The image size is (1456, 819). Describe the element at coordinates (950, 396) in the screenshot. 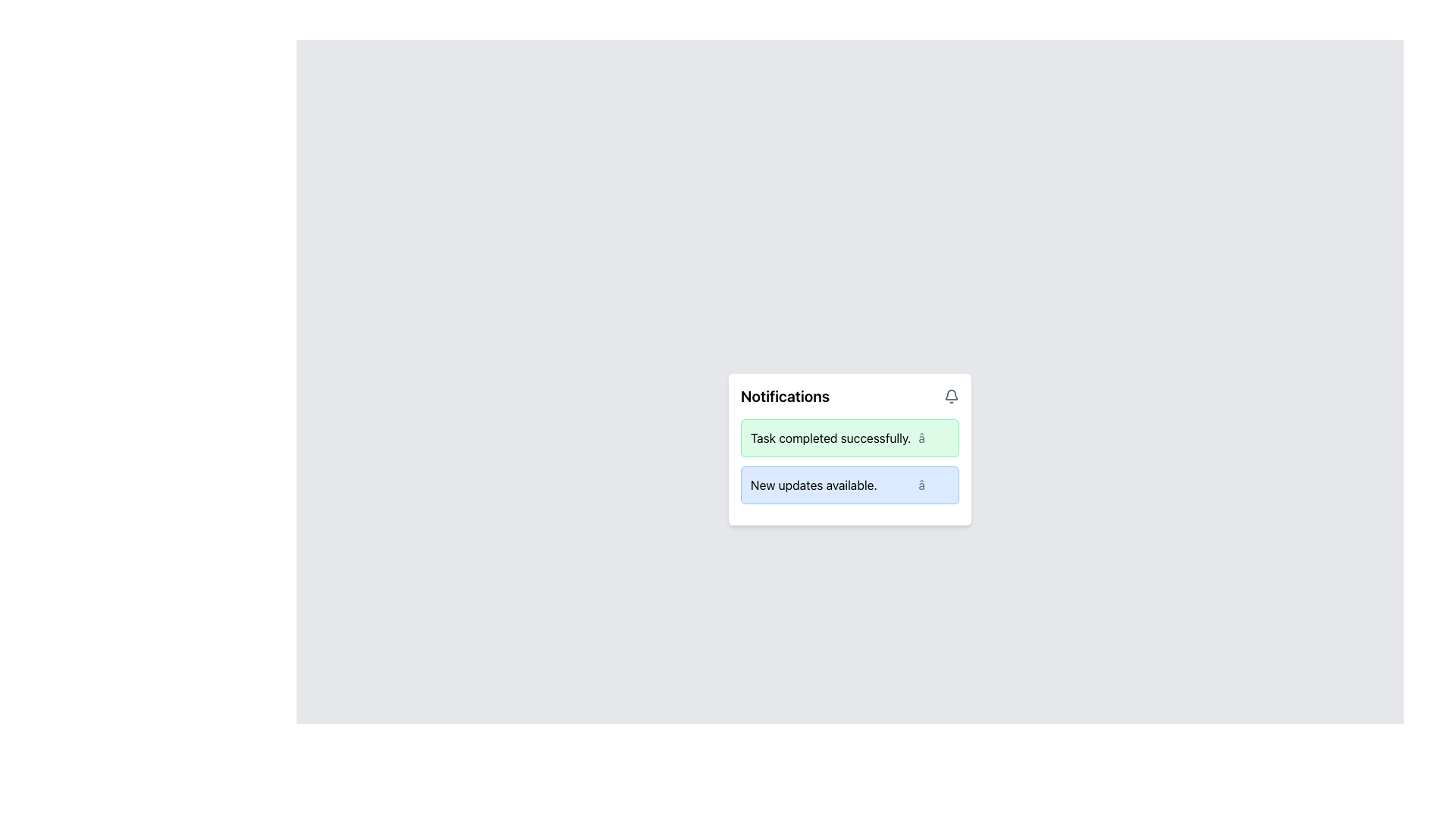

I see `the notification icon located at the top right corner of the notifications module, adjacent to the title 'Notifications'` at that location.